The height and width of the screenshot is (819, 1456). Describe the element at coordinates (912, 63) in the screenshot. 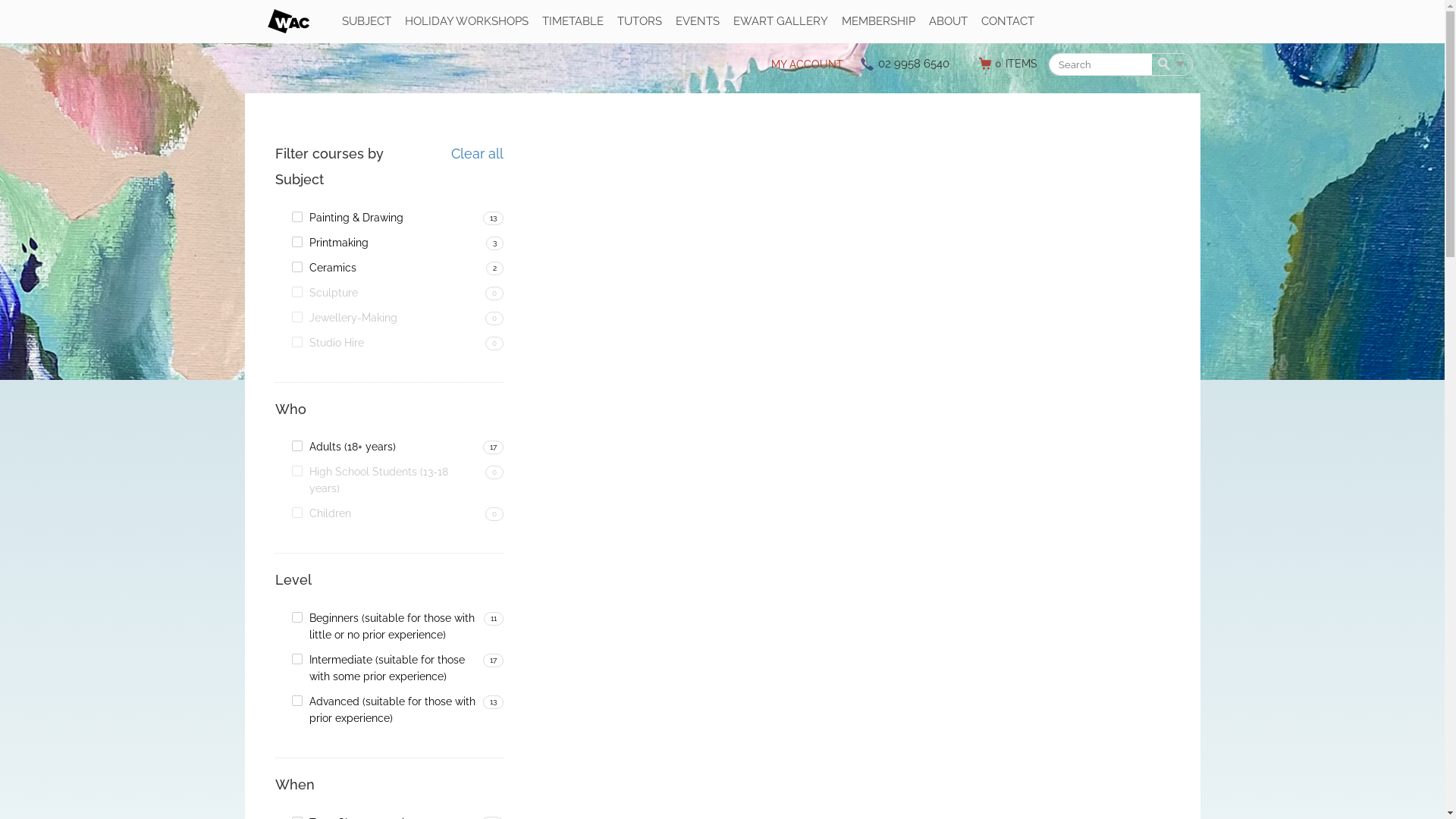

I see `'02 9958 6540'` at that location.